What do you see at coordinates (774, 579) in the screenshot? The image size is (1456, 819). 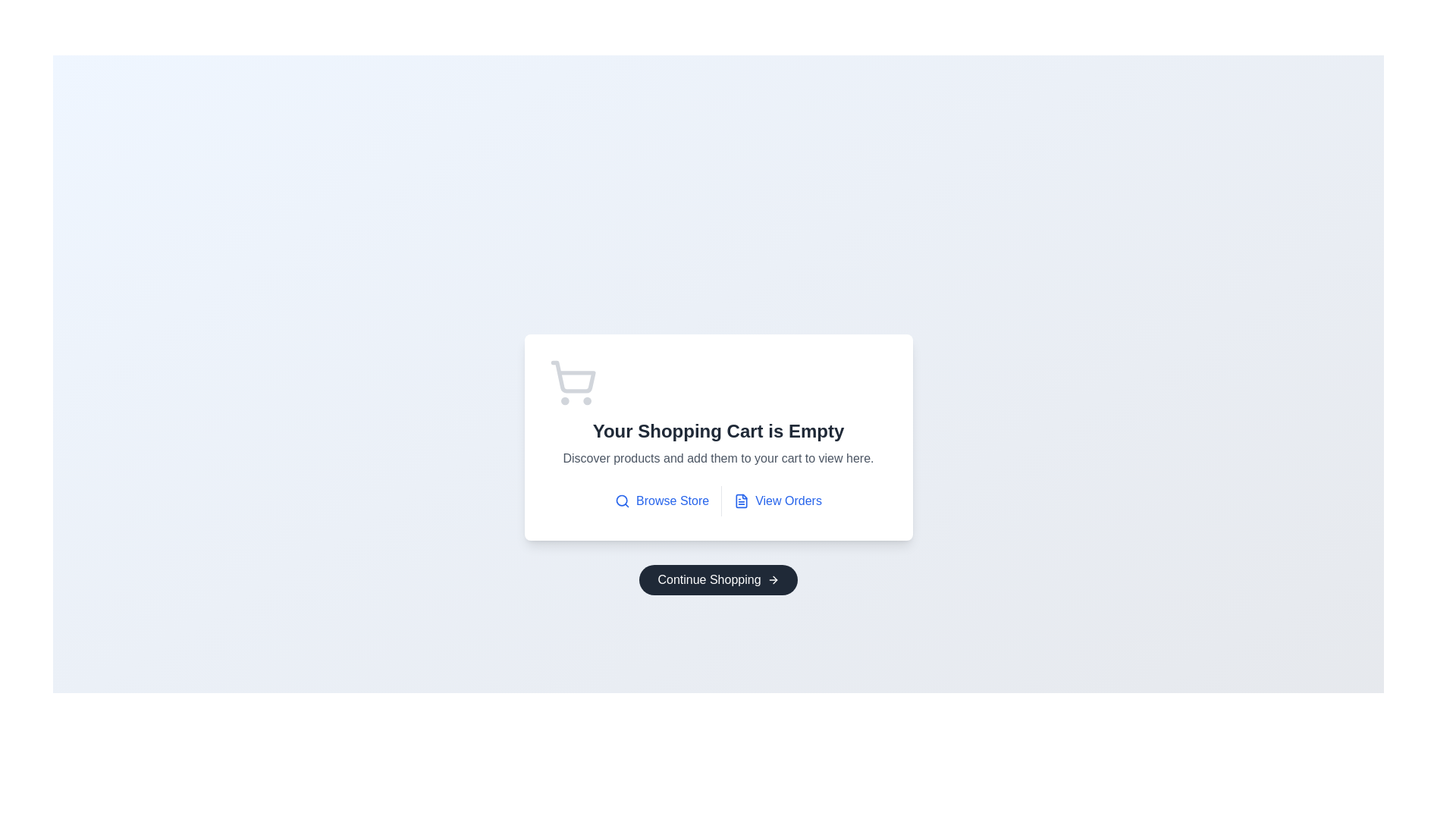 I see `the navigation arrow icon located to the right of the button text in the button beneath 'Your Shopping Cart is Empty'` at bounding box center [774, 579].